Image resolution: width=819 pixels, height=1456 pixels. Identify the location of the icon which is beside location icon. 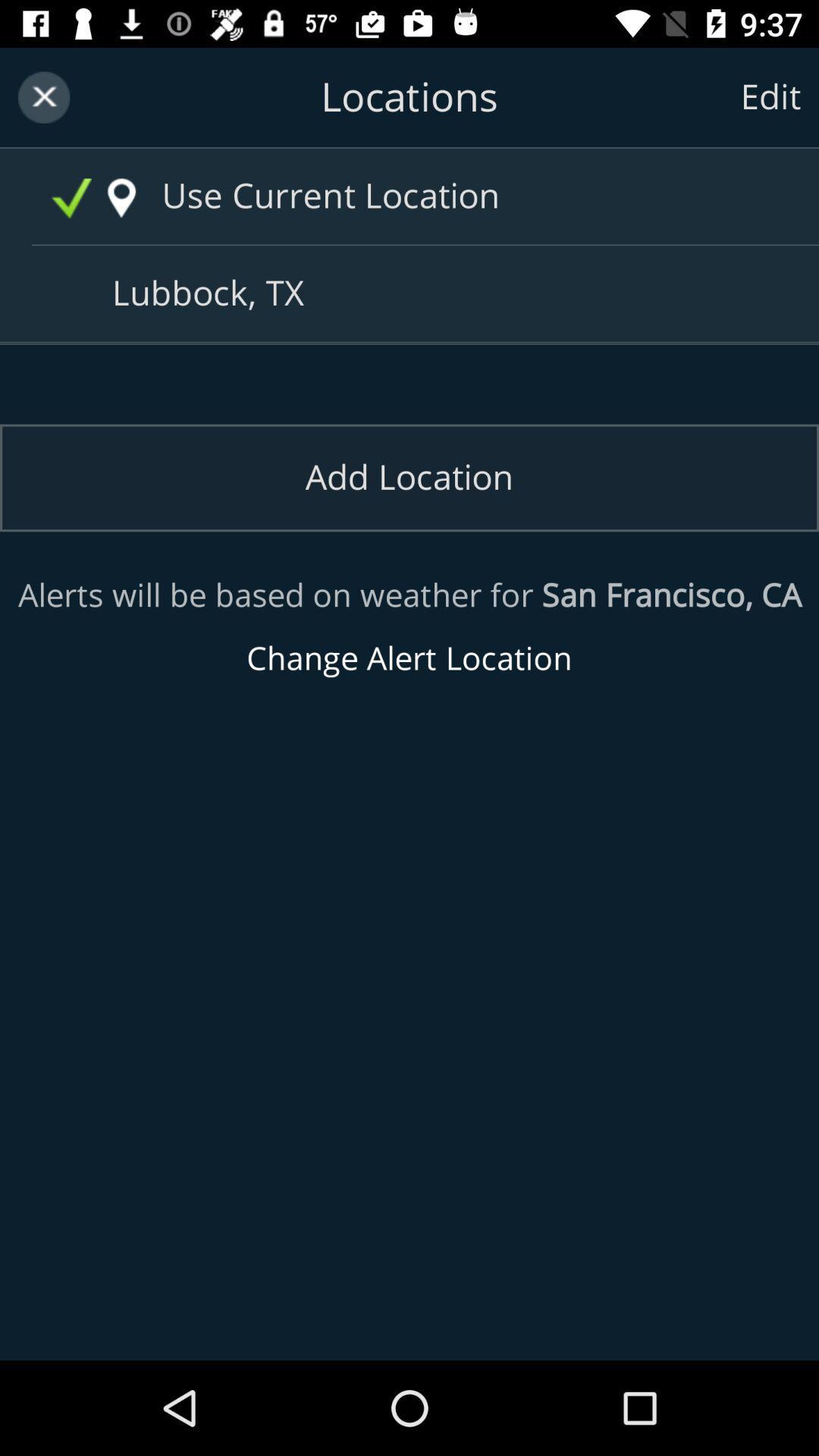
(71, 198).